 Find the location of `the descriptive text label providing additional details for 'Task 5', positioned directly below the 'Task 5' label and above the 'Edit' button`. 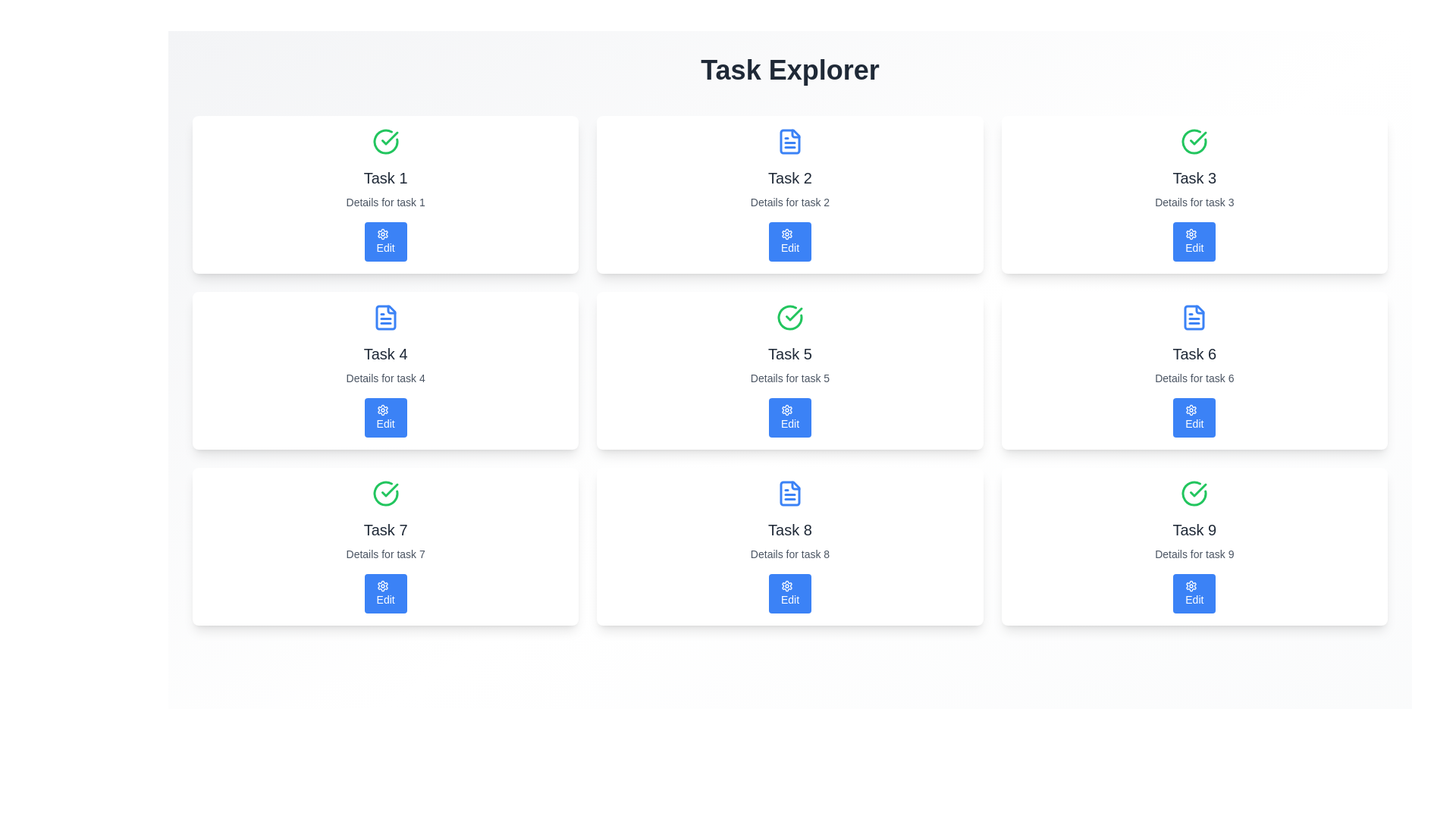

the descriptive text label providing additional details for 'Task 5', positioned directly below the 'Task 5' label and above the 'Edit' button is located at coordinates (789, 377).